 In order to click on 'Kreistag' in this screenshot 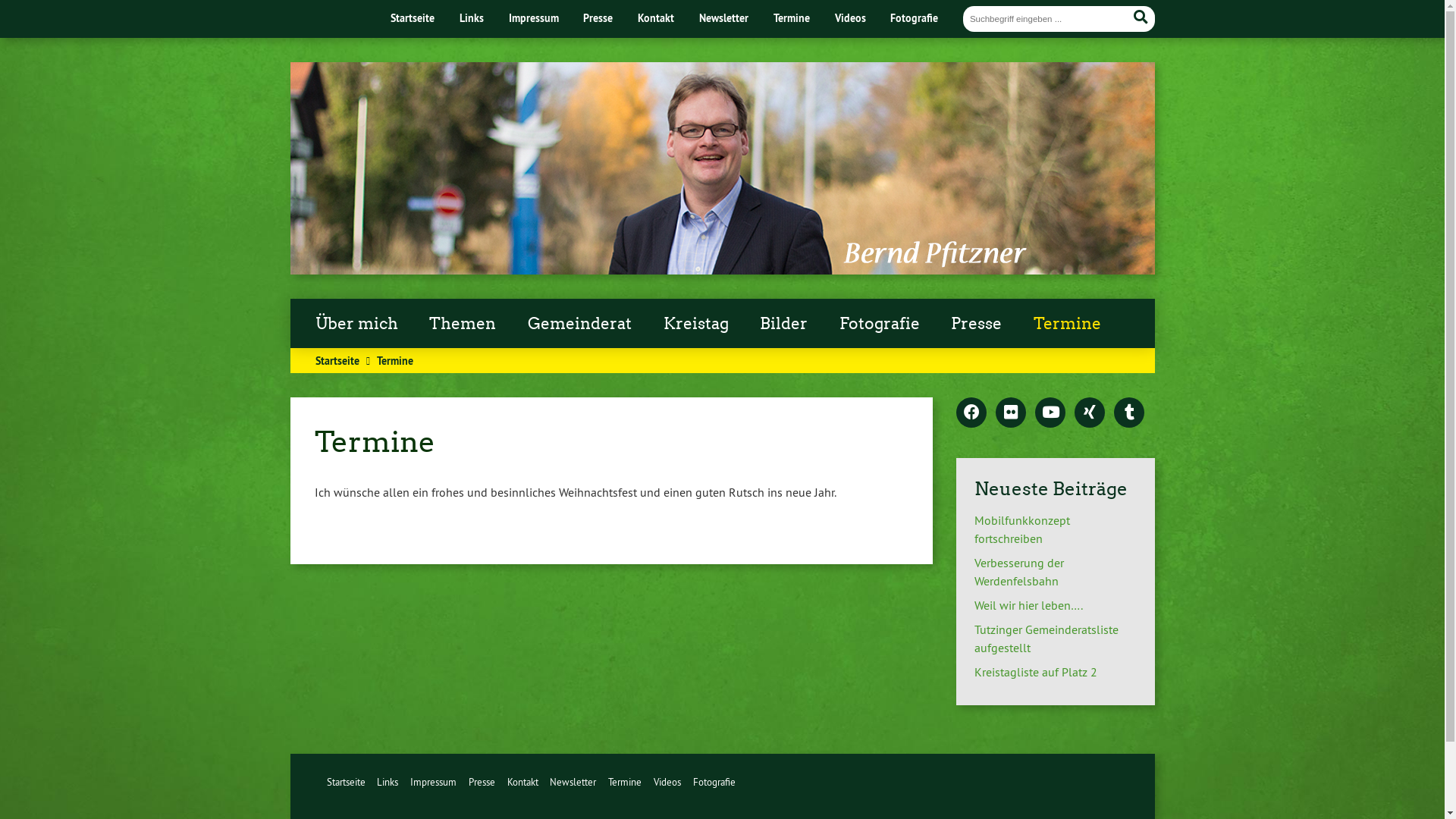, I will do `click(695, 323)`.